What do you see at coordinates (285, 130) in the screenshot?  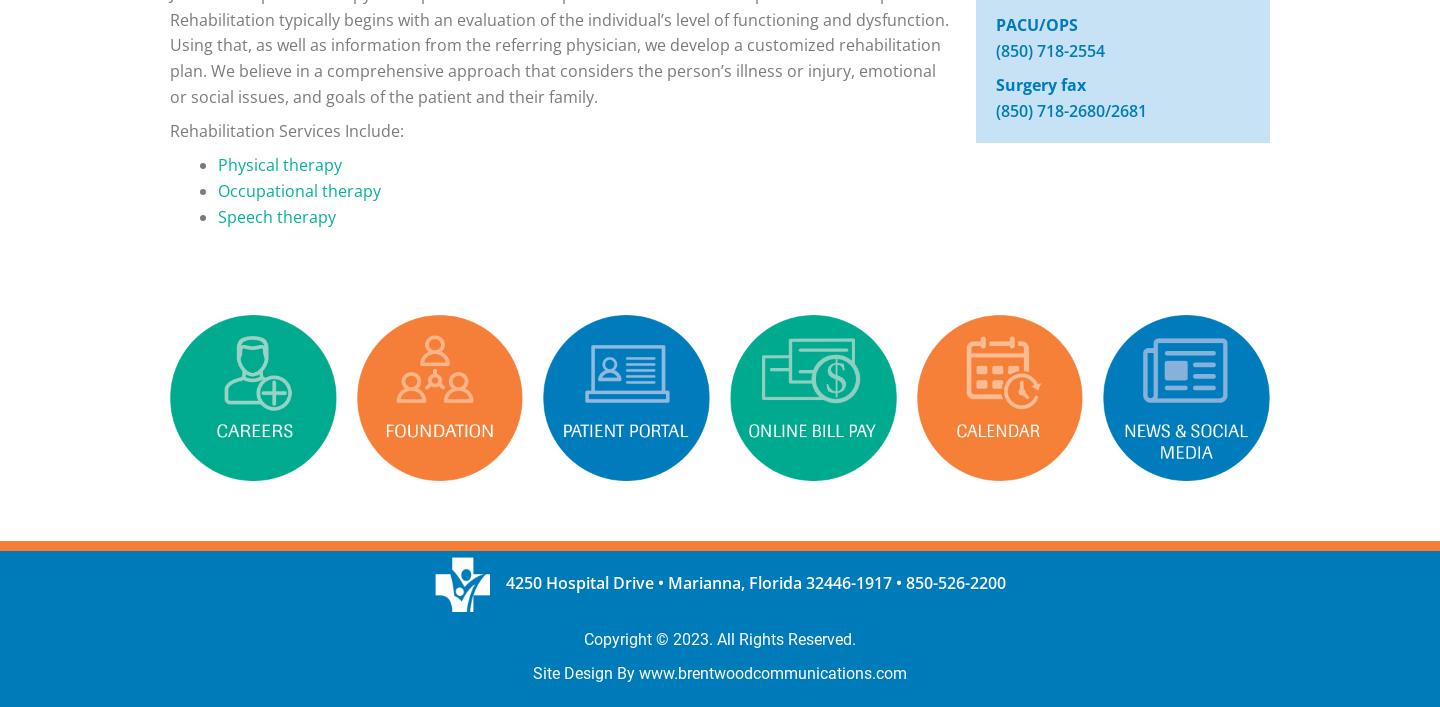 I see `'Rehabilitation Services Include:'` at bounding box center [285, 130].